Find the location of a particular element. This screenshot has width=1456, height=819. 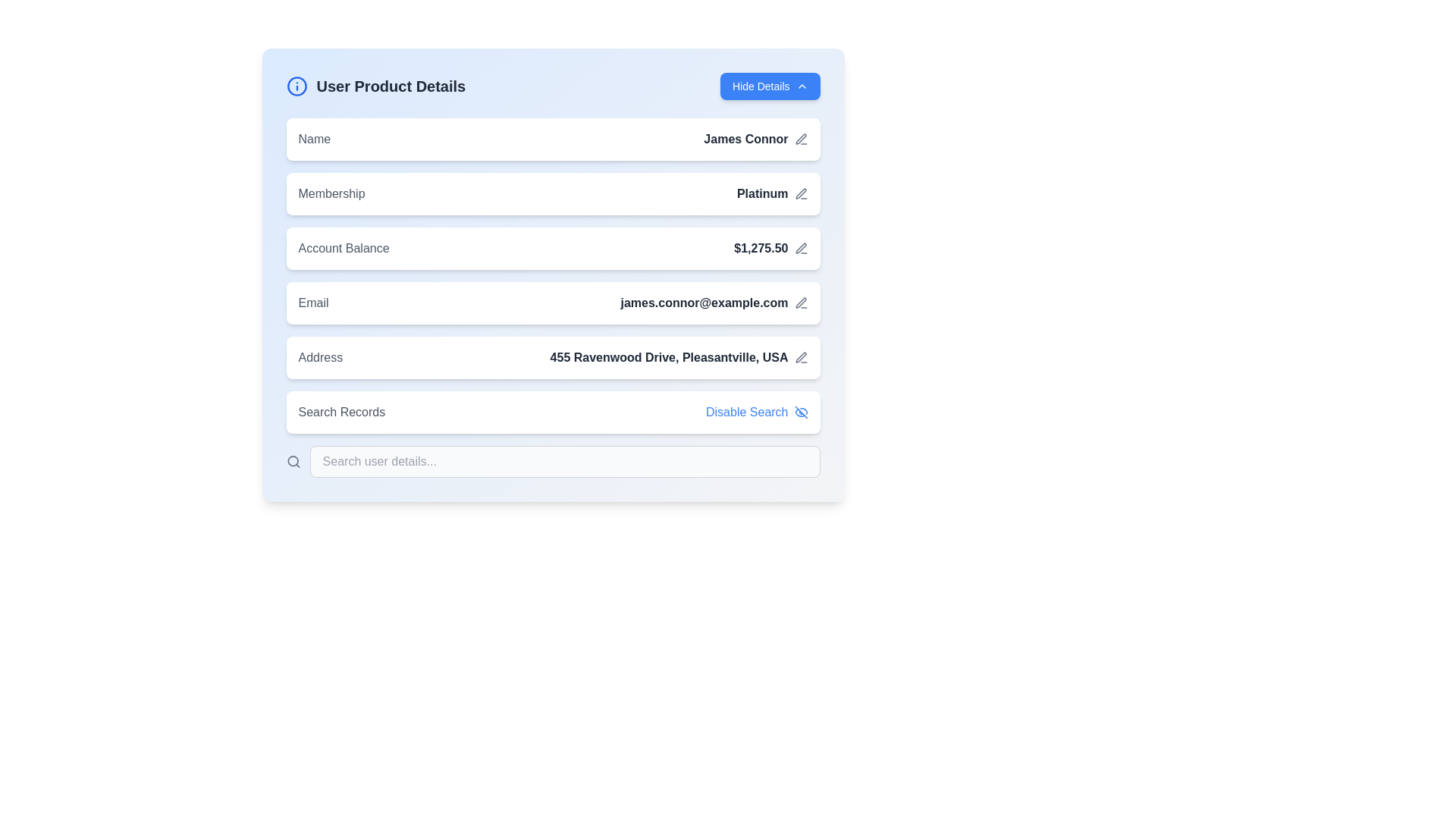

the pen icon associated with the 'Platinum' text label to initiate the editing action is located at coordinates (772, 193).